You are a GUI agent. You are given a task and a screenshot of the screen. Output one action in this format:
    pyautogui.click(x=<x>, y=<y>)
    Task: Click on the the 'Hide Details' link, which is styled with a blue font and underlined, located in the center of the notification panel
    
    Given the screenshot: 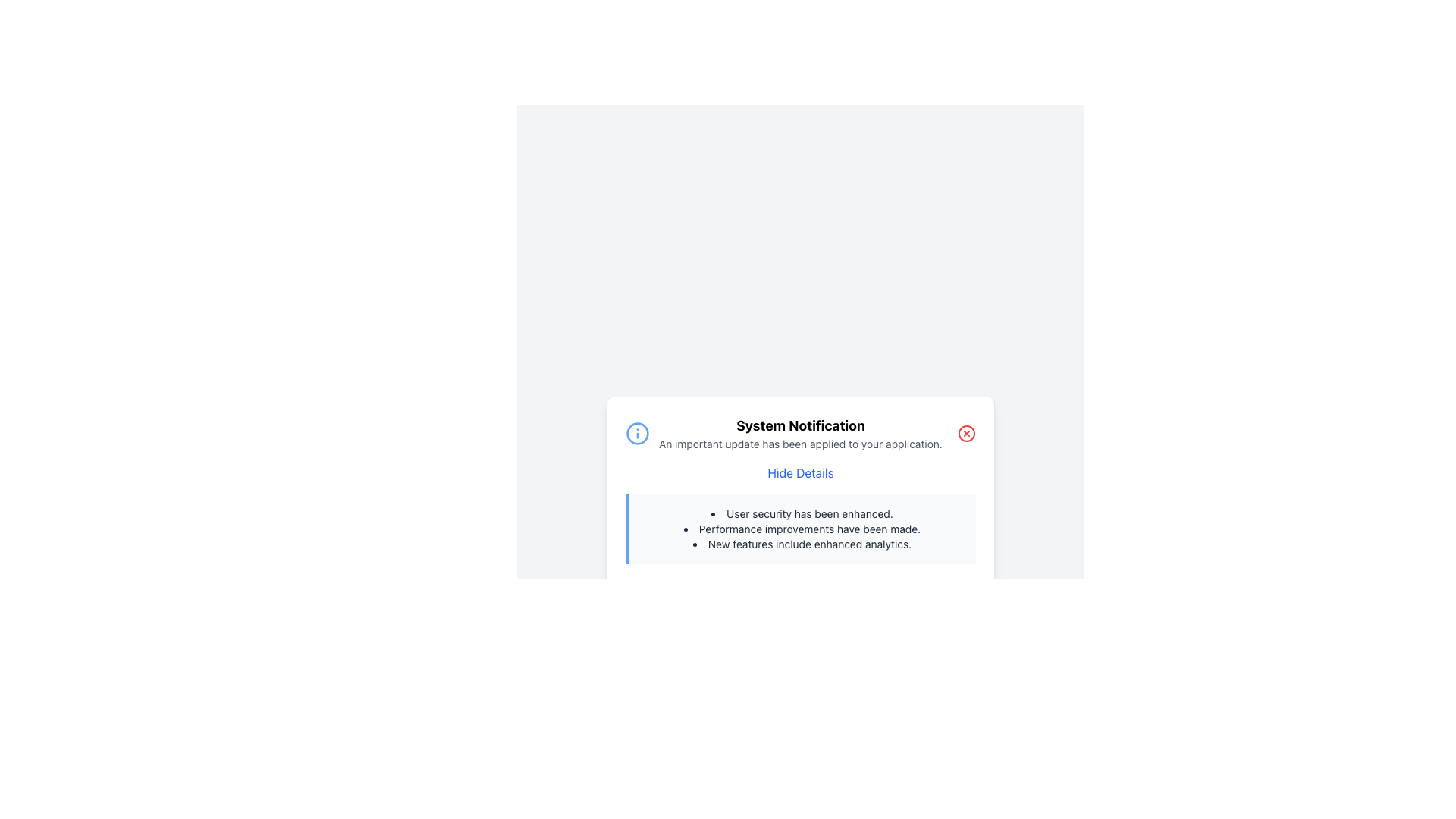 What is the action you would take?
    pyautogui.click(x=800, y=472)
    